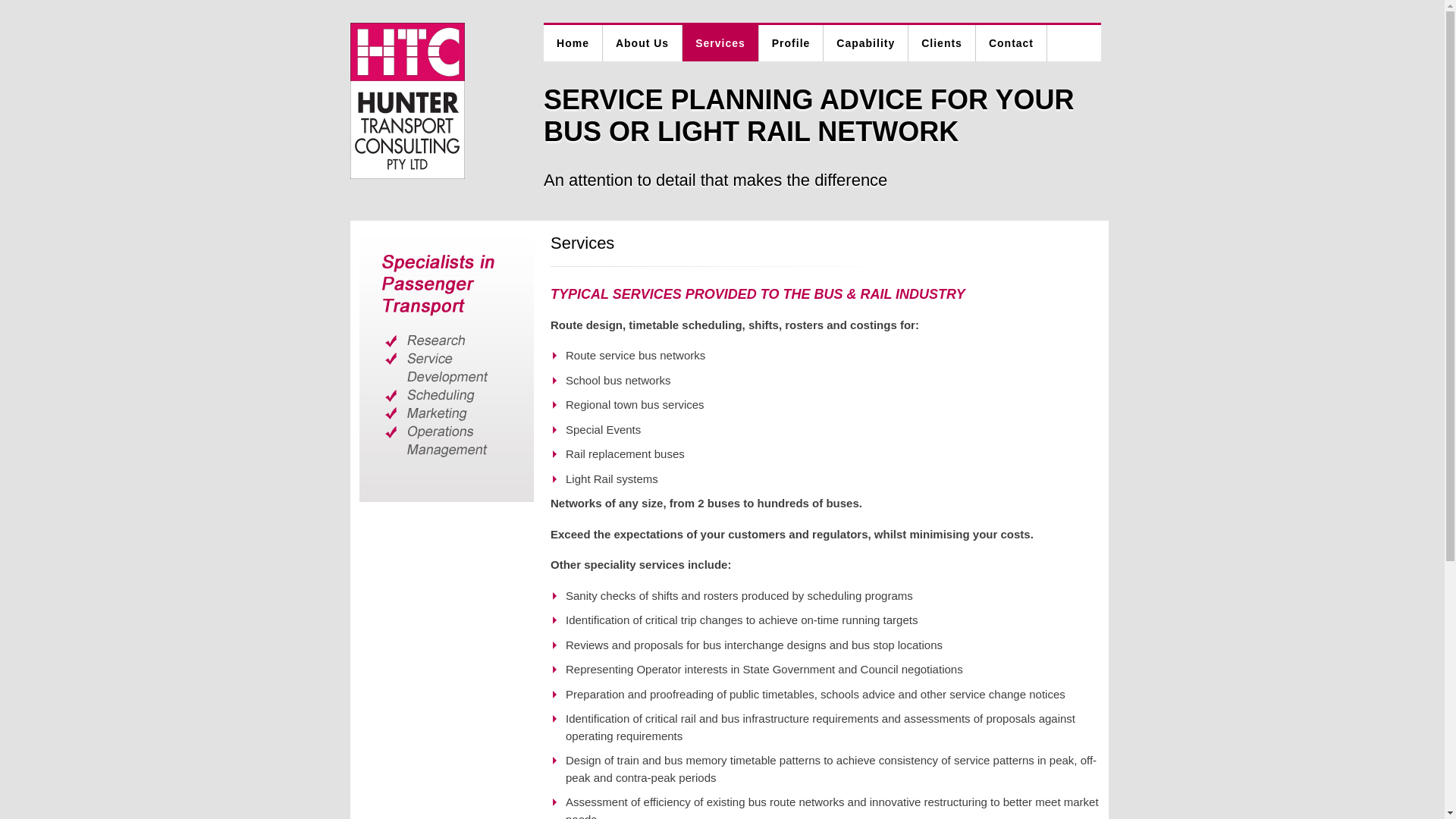 This screenshot has width=1456, height=819. What do you see at coordinates (866, 42) in the screenshot?
I see `'Capability'` at bounding box center [866, 42].